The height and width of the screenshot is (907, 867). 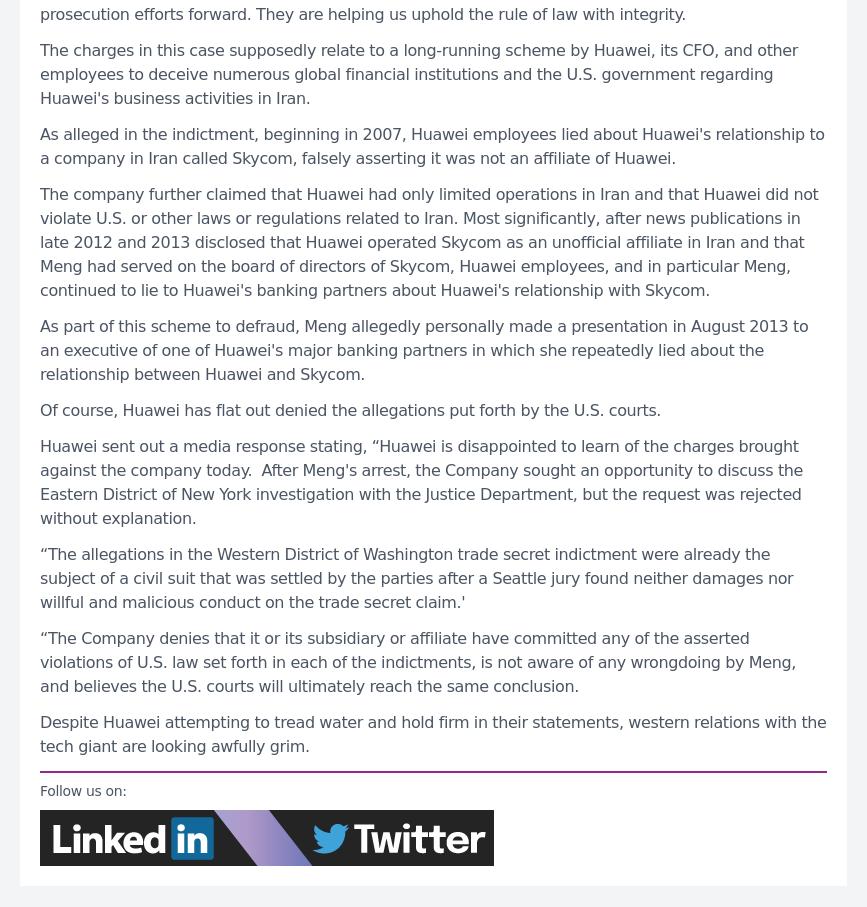 I want to click on 'As part of this scheme to defraud, Meng allegedly personally made a presentation in August 2013 to an executive of one of Huawei's major banking partners in which she repeatedly lied about the relationship between Huawei and Skycom.', so click(x=423, y=348).